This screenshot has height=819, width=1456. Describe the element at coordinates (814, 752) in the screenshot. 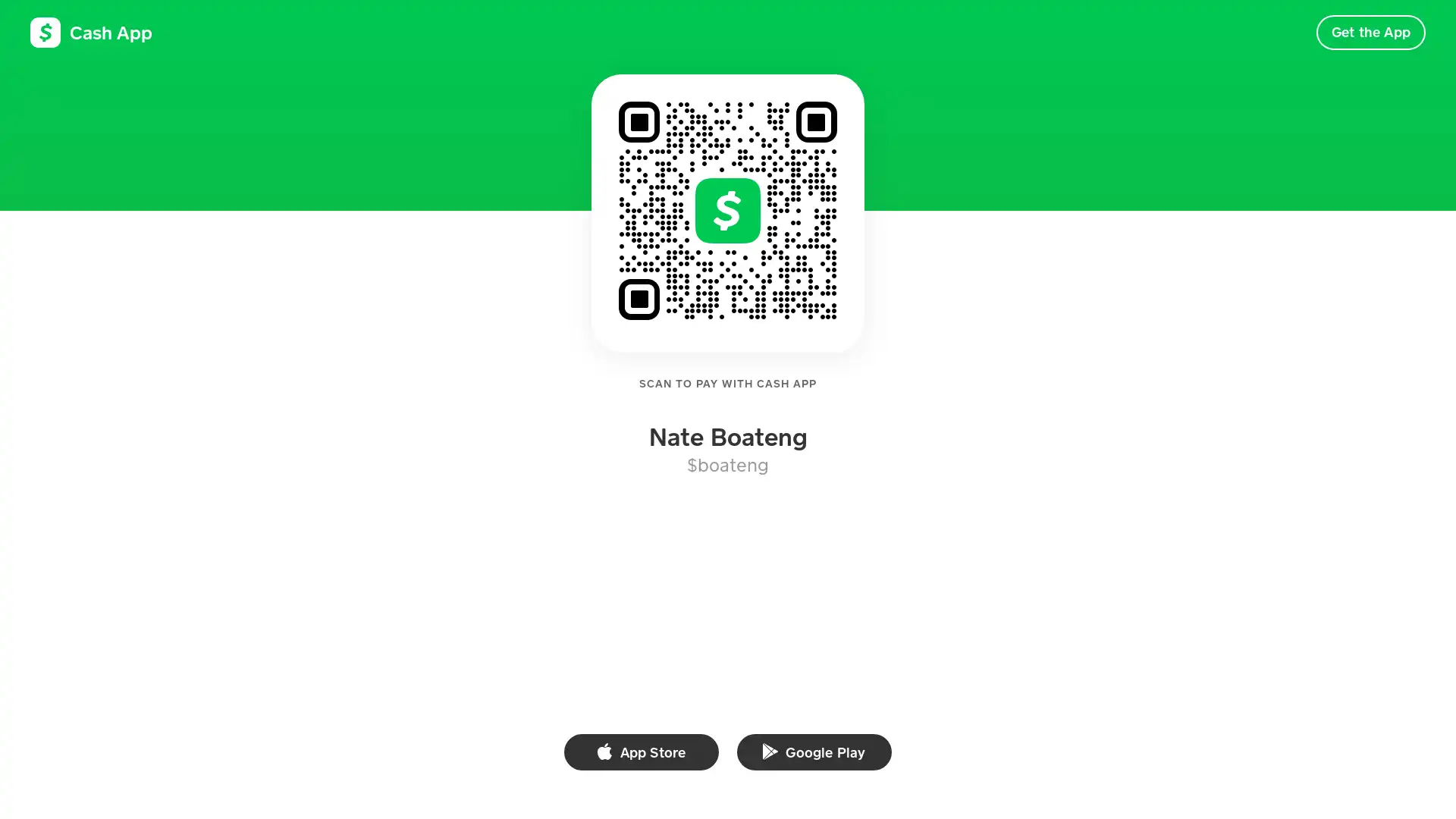

I see `Google Play` at that location.